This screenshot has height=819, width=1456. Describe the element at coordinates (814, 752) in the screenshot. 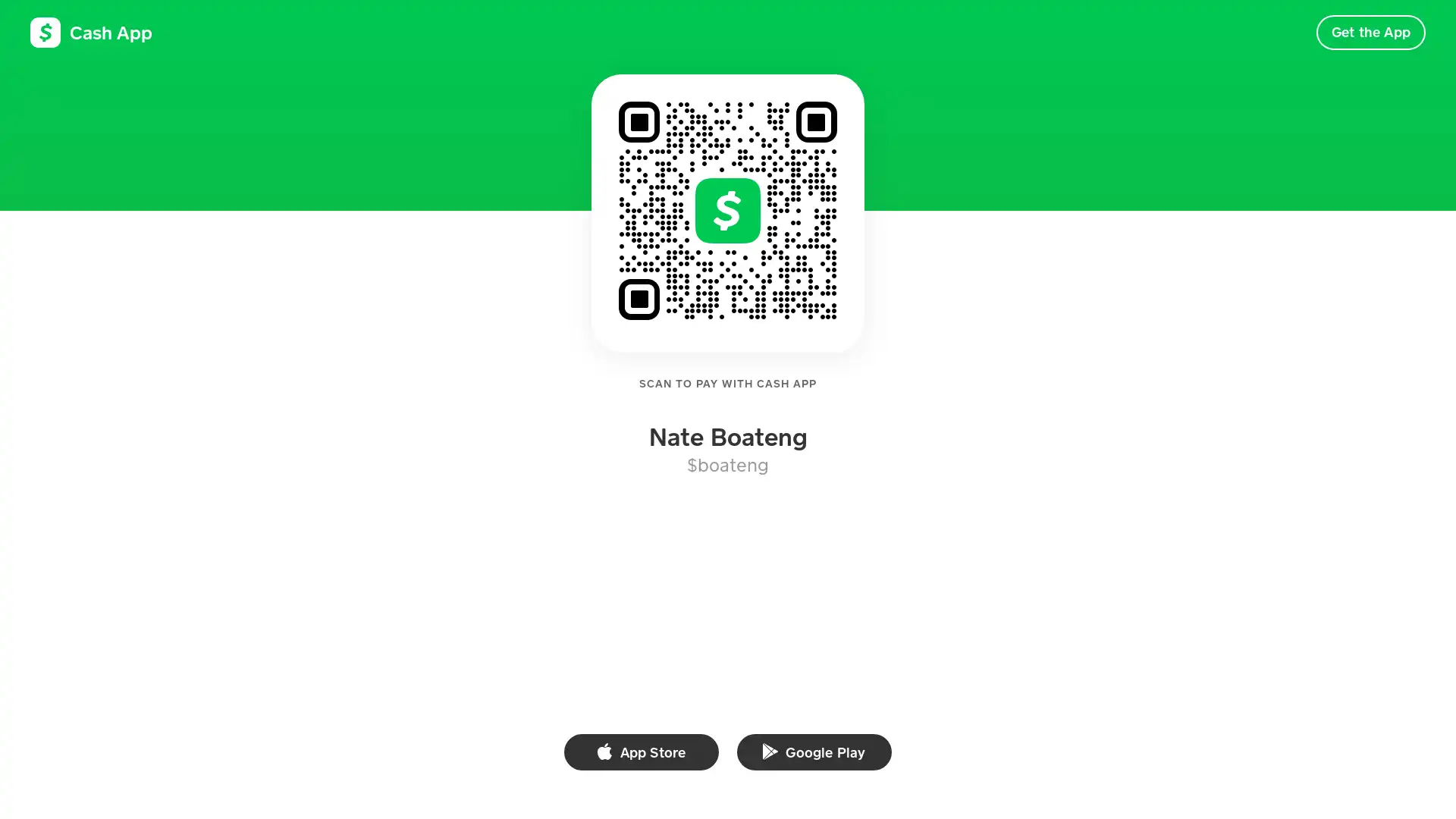

I see `Google Play` at that location.